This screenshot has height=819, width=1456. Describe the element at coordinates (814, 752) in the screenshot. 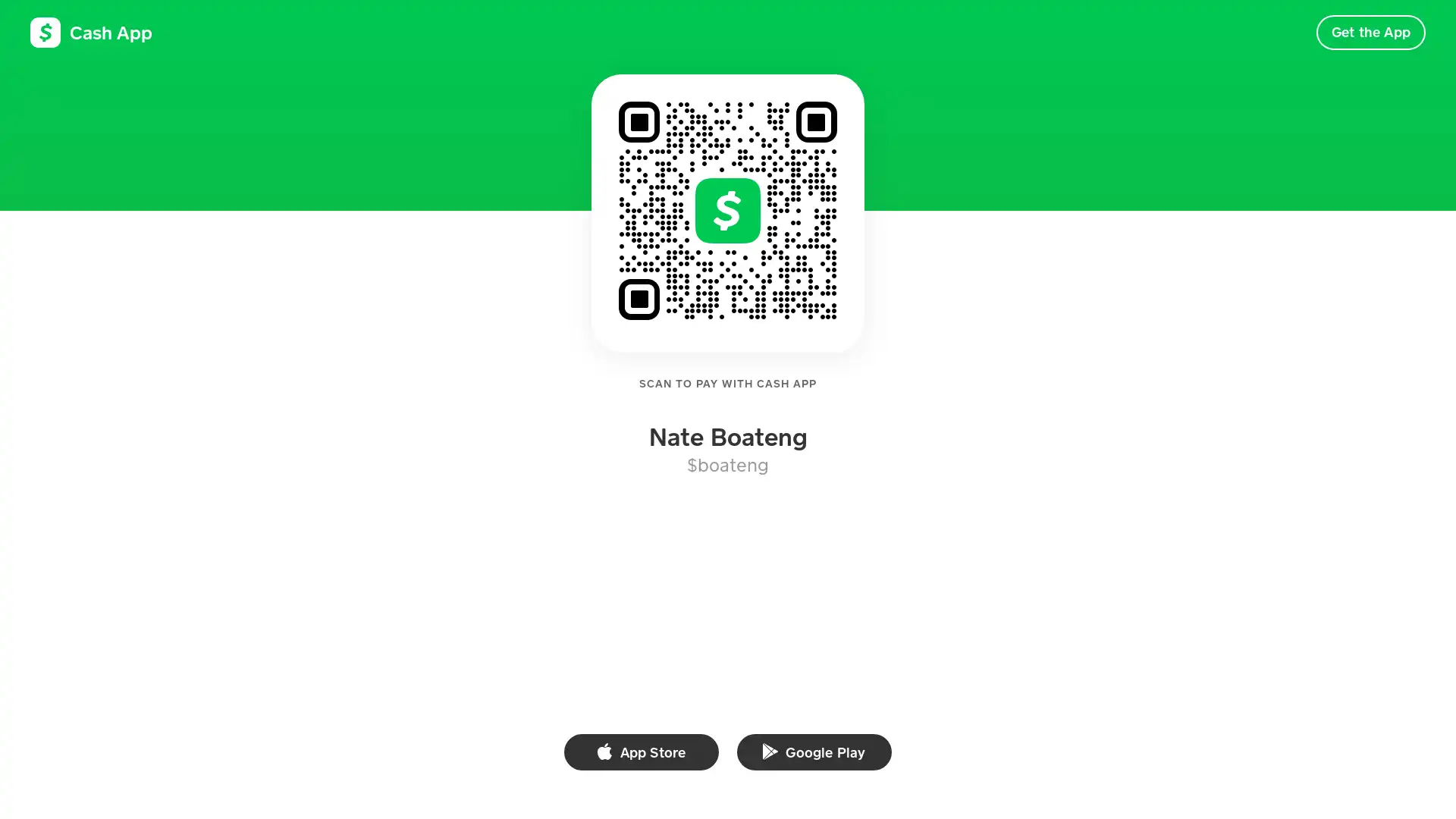

I see `Google Play` at that location.